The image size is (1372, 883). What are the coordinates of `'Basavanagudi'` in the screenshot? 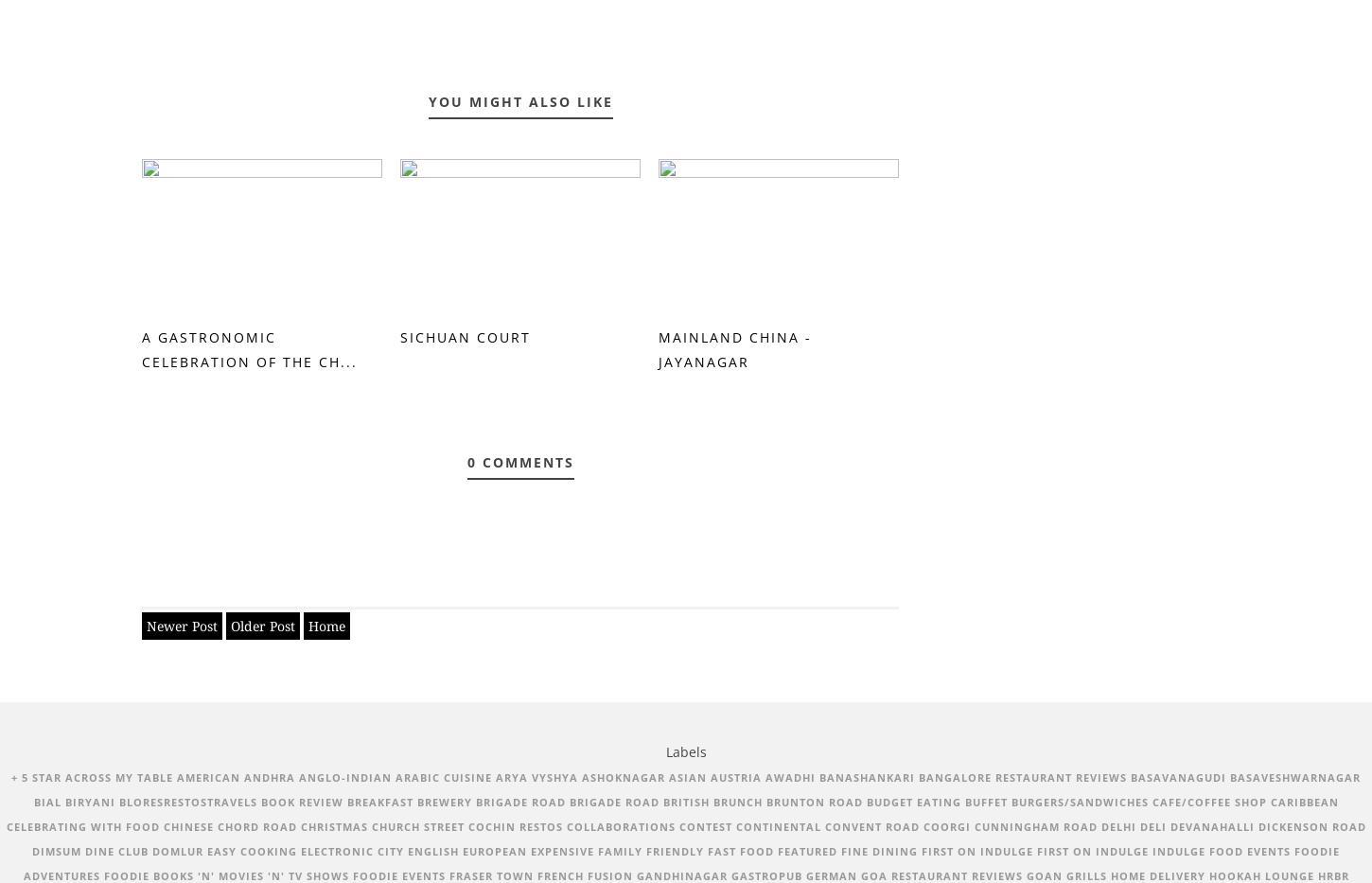 It's located at (1178, 776).